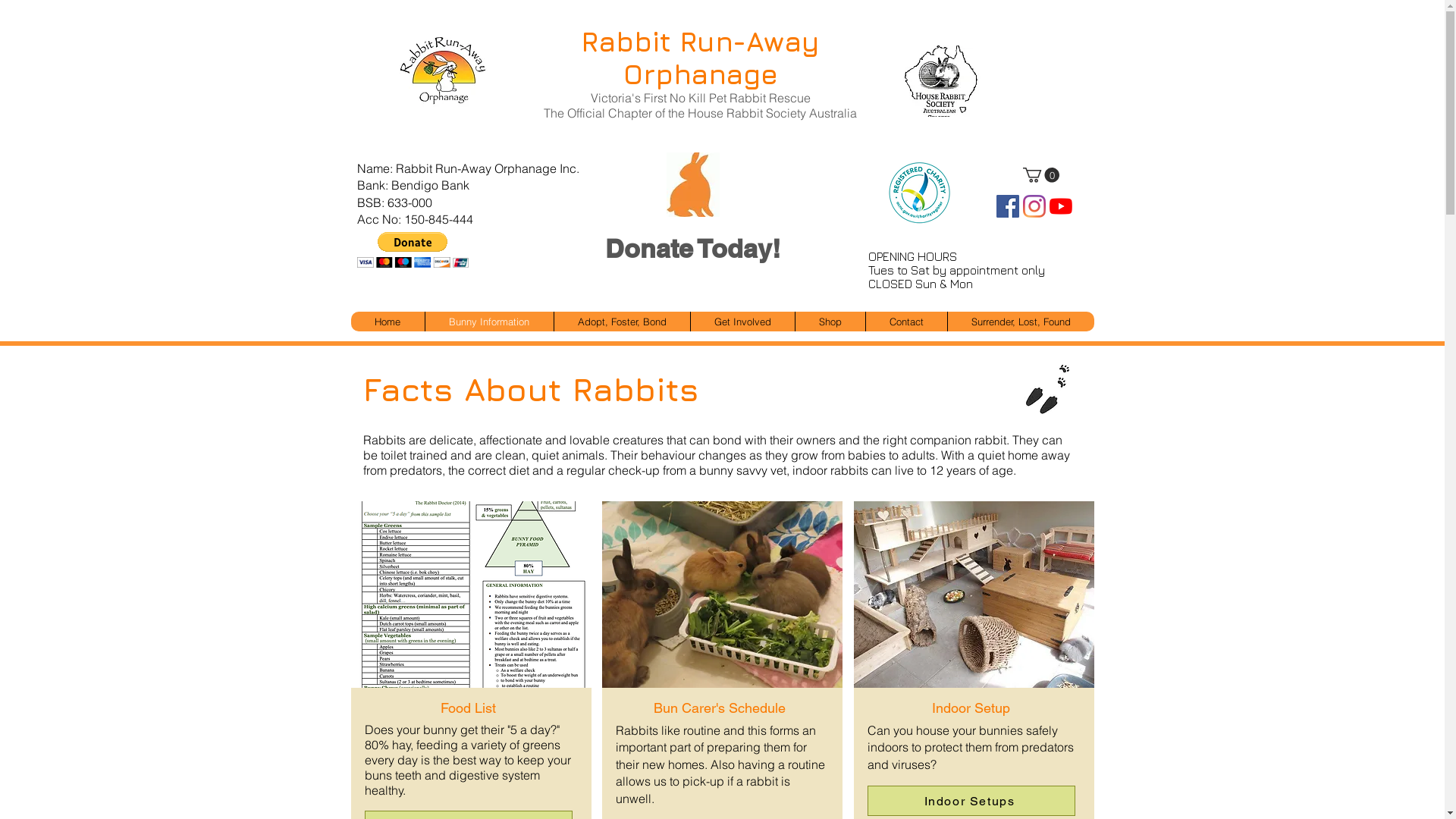 Image resolution: width=1456 pixels, height=819 pixels. I want to click on 'RRO Logo New.jpg', so click(389, 71).